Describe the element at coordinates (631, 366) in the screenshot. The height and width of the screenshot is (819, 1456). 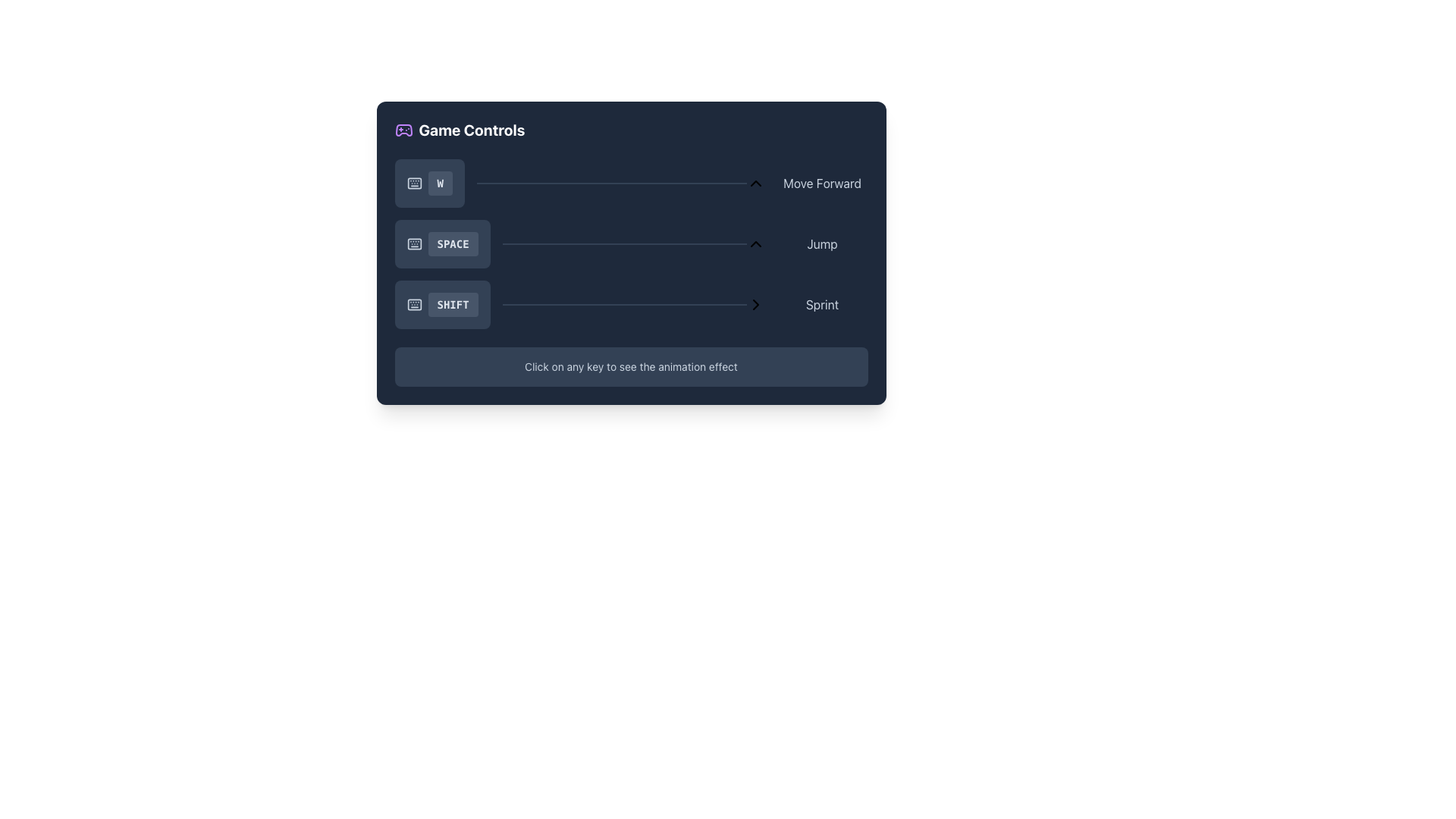
I see `the text label that says 'Click on any key` at that location.